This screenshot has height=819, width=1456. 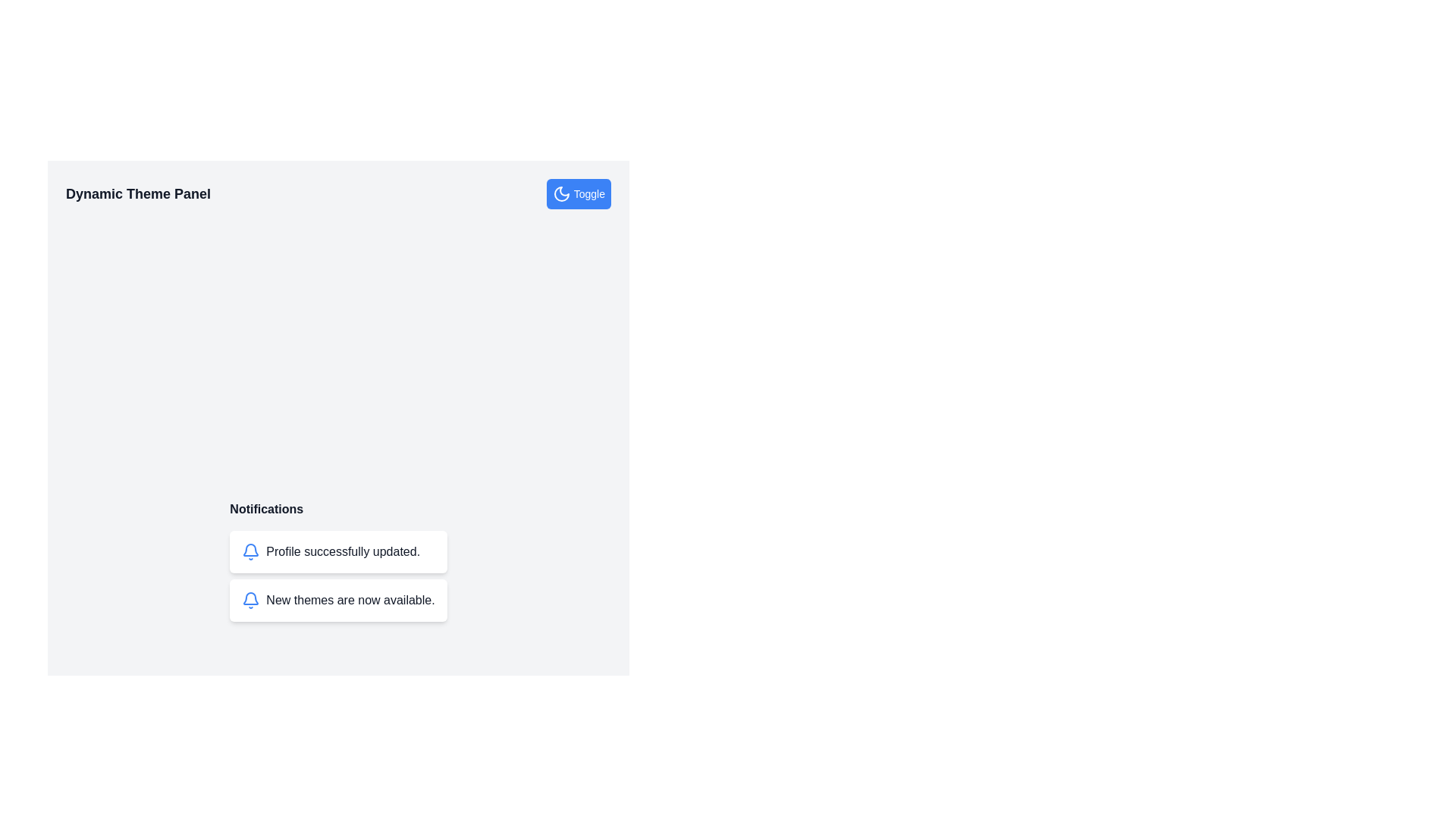 I want to click on the text label that serves as the title or header for the notification section, which is the first entry above individual notification messages, so click(x=266, y=509).